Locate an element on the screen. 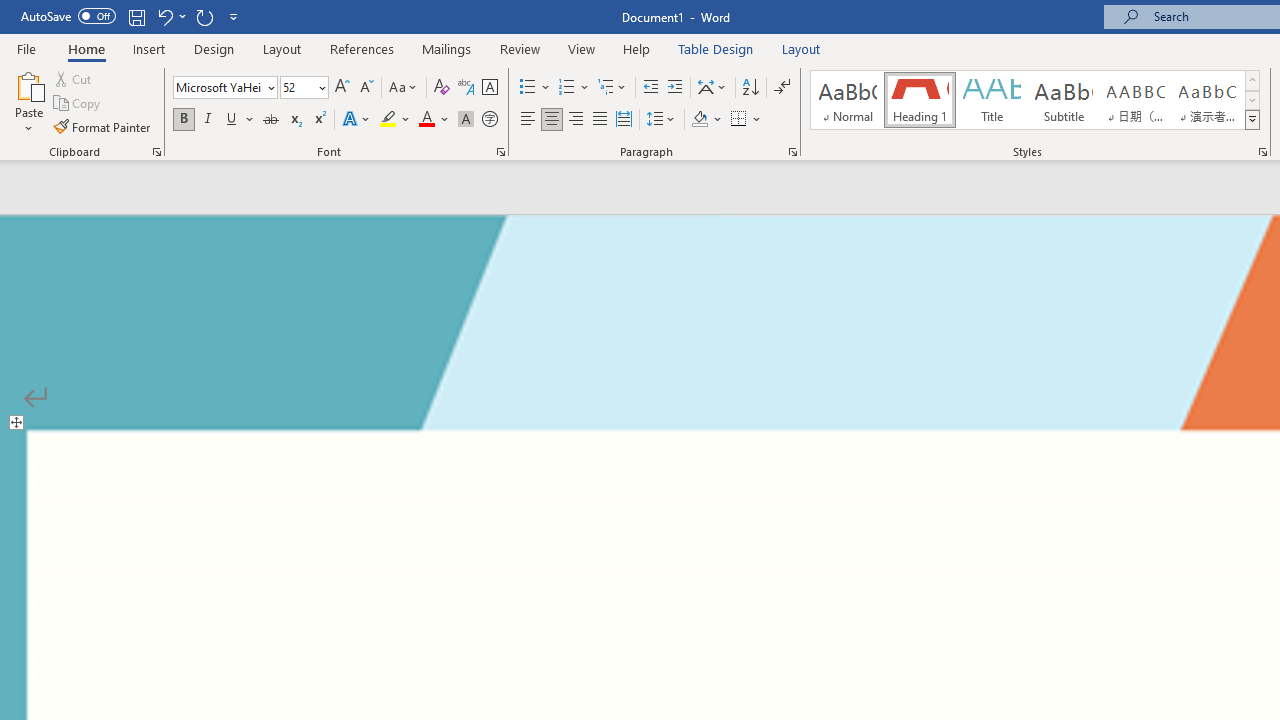 The image size is (1280, 720). 'Repeat Typing' is located at coordinates (204, 16).